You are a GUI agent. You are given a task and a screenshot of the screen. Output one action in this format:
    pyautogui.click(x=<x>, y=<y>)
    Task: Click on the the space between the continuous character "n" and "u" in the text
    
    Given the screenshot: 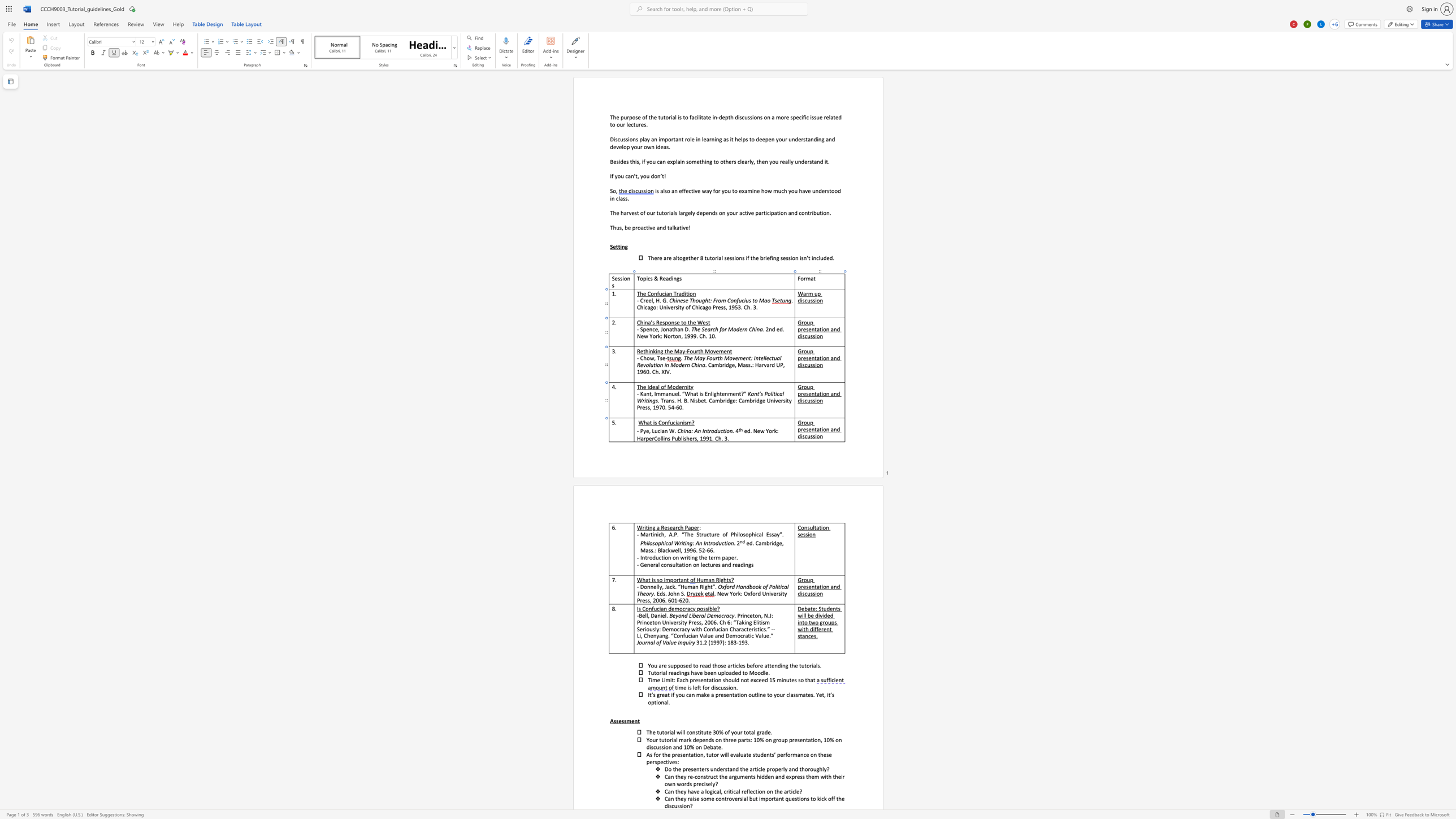 What is the action you would take?
    pyautogui.click(x=671, y=393)
    